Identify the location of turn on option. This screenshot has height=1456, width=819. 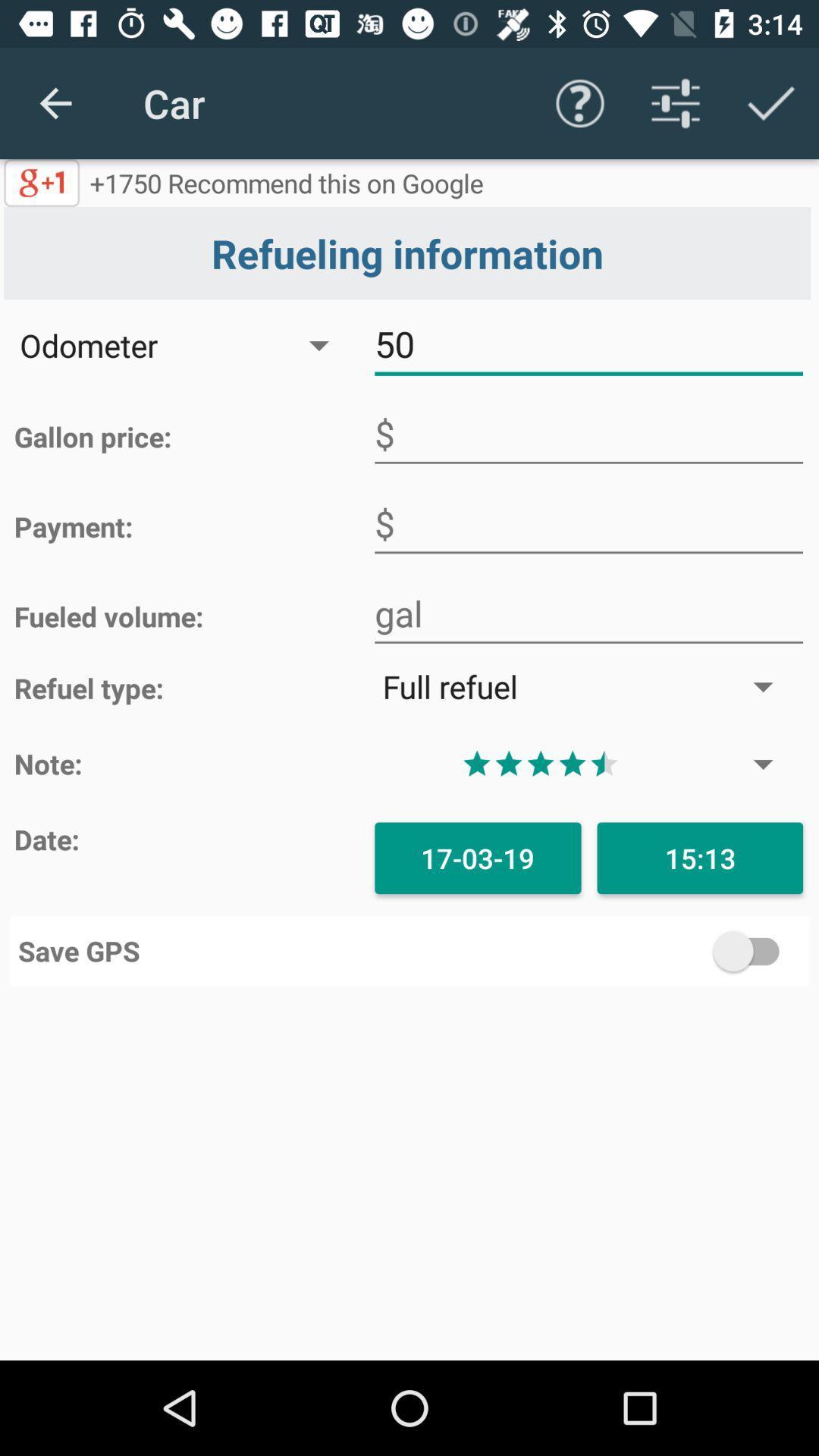
(604, 950).